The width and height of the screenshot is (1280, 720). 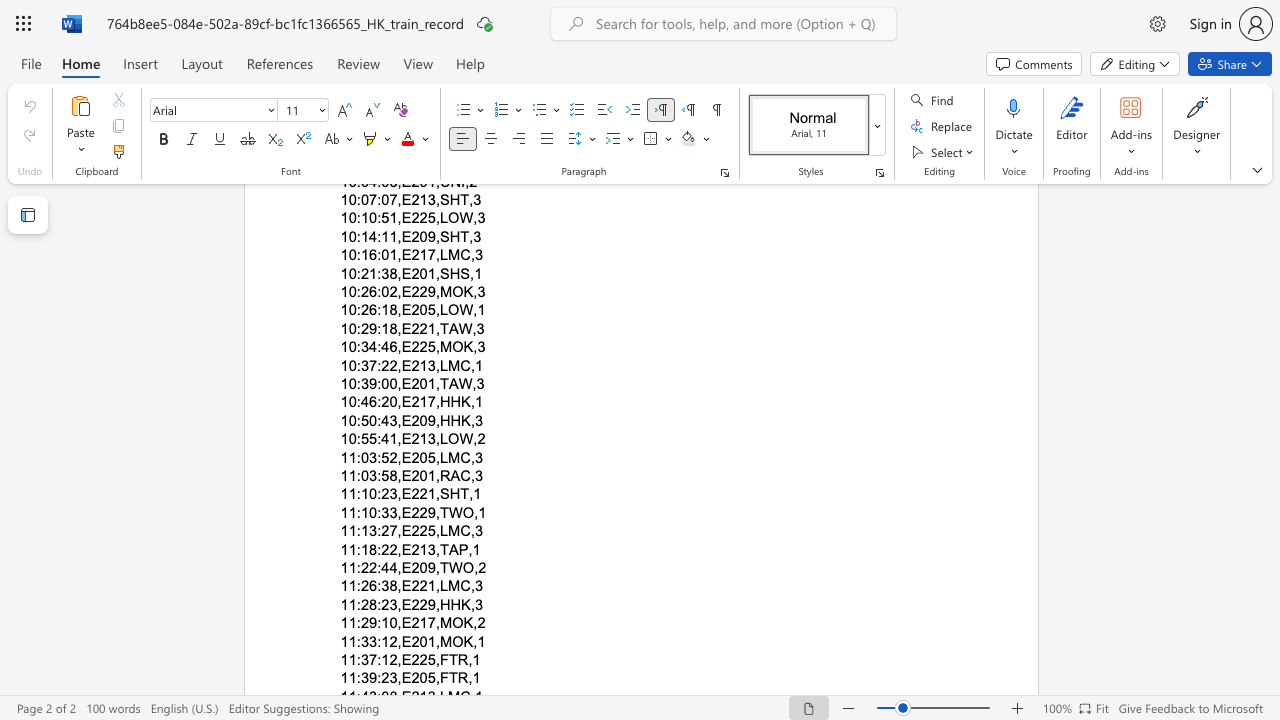 What do you see at coordinates (389, 677) in the screenshot?
I see `the subset text "3,E20" within the text "11:39:23,E205,FTR,1"` at bounding box center [389, 677].